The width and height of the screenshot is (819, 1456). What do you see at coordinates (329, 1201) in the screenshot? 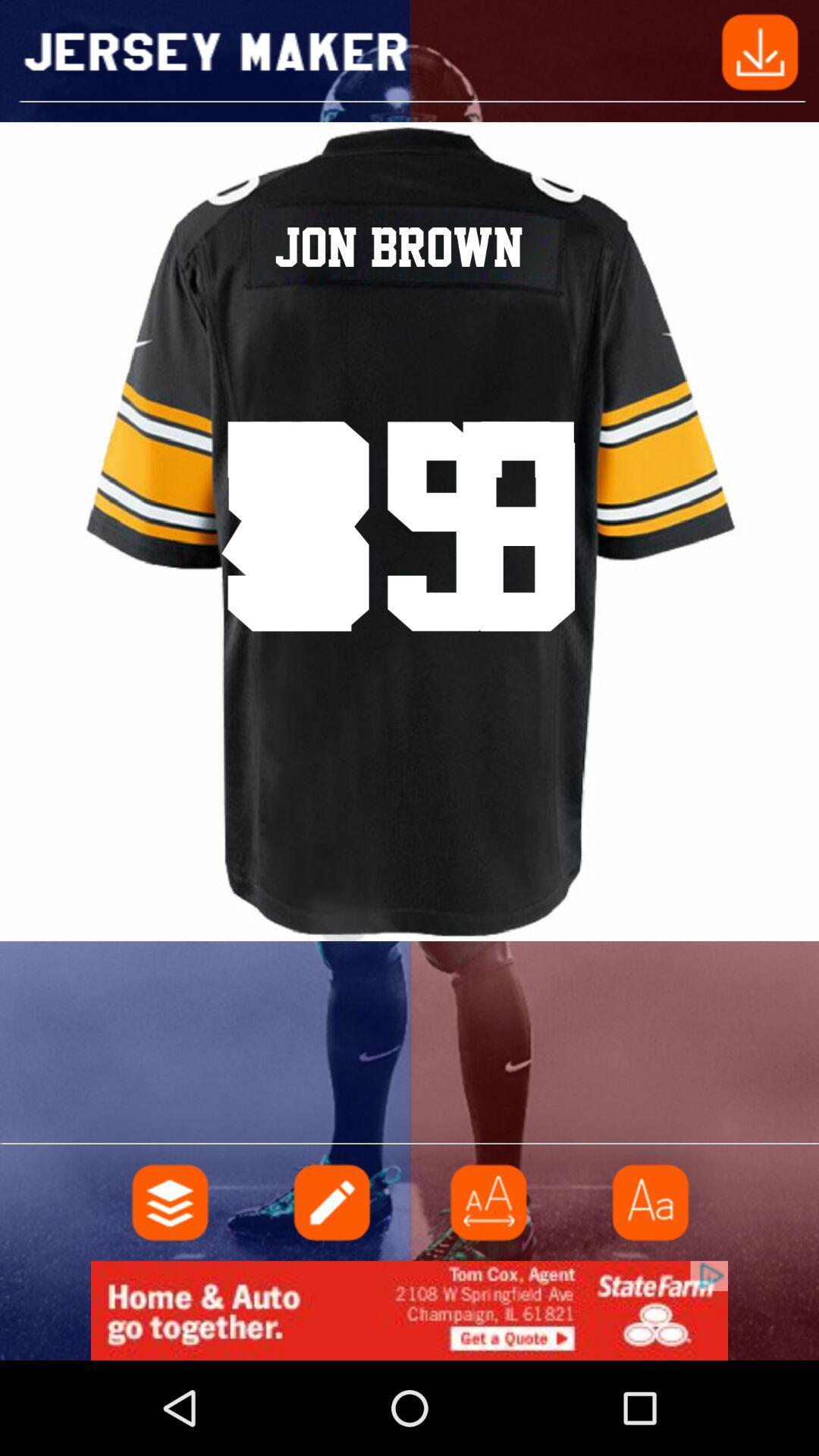
I see `notes` at bounding box center [329, 1201].